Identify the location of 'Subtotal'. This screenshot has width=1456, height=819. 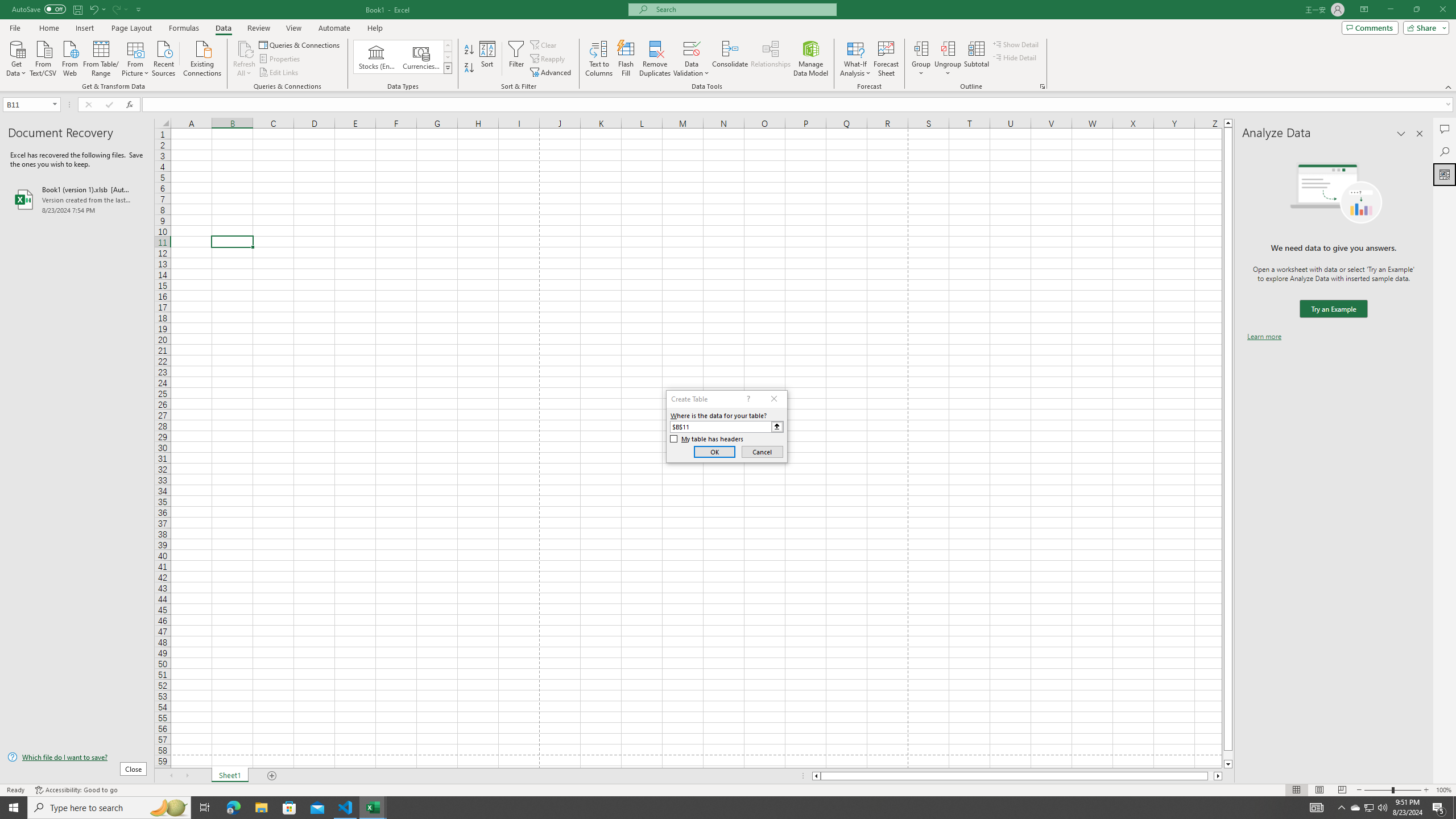
(976, 59).